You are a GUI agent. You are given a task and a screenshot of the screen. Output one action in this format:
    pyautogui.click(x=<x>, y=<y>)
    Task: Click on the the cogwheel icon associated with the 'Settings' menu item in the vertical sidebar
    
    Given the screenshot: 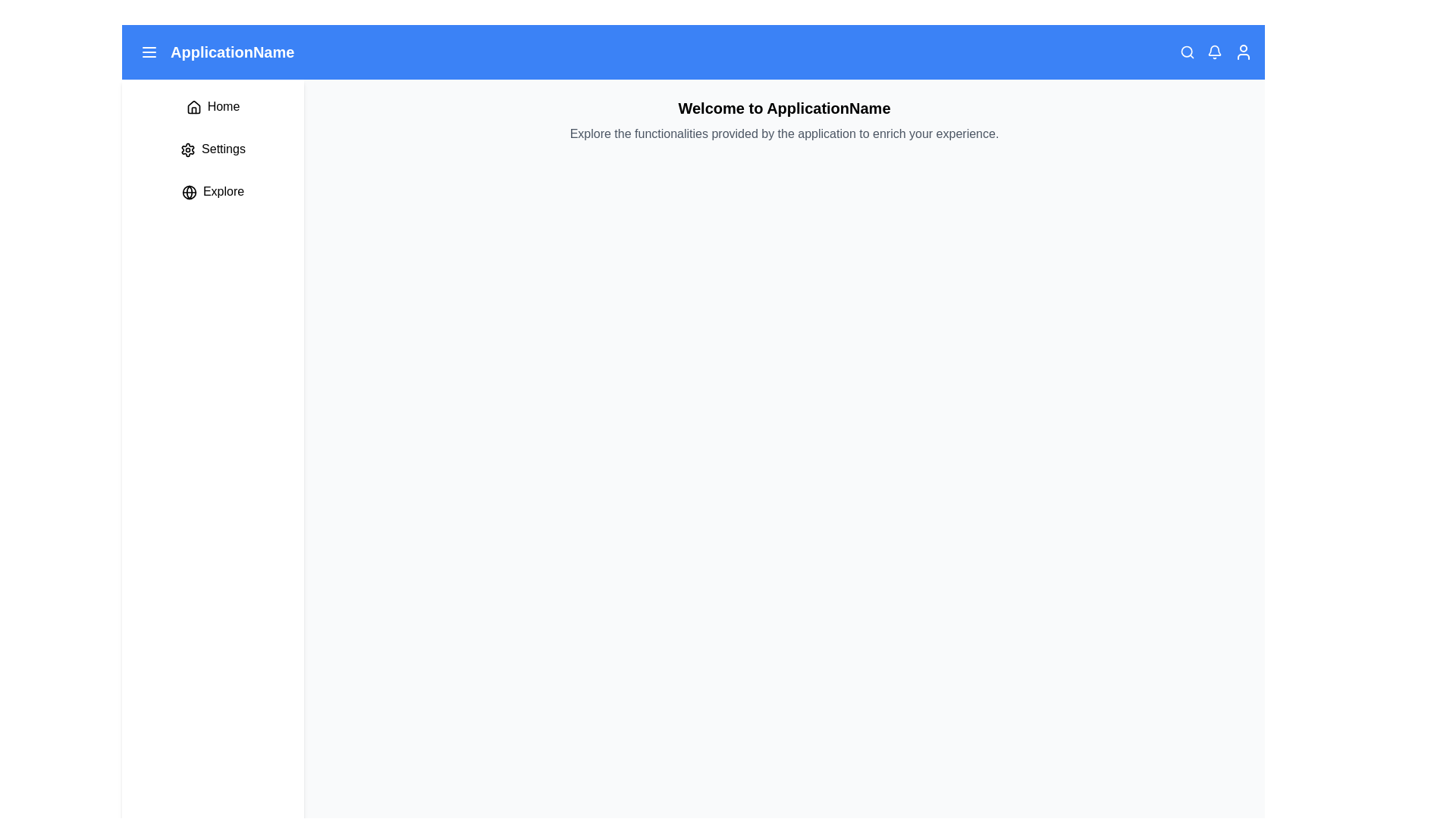 What is the action you would take?
    pyautogui.click(x=187, y=149)
    